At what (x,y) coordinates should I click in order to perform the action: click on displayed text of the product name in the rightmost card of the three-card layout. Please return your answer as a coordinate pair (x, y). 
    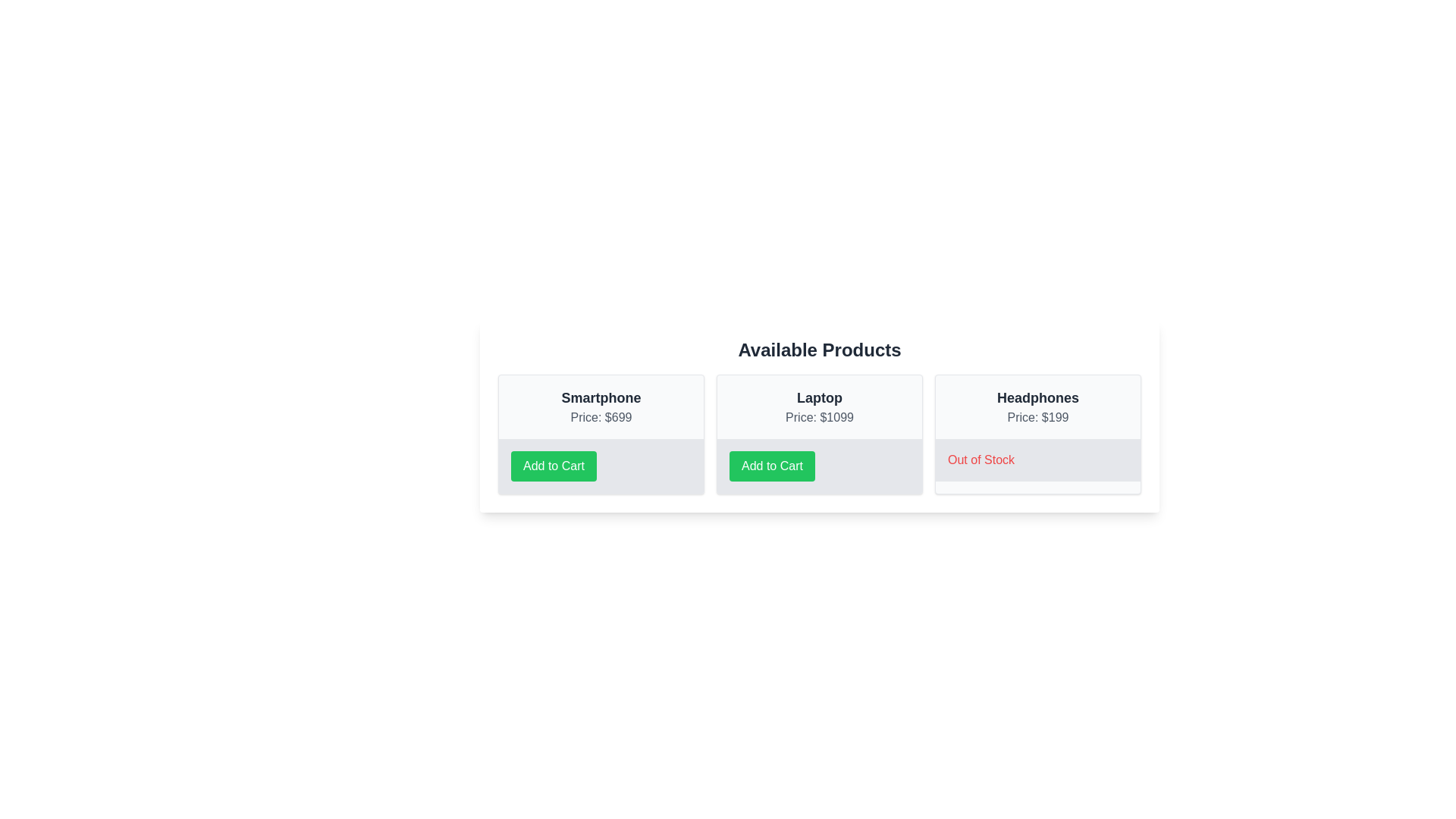
    Looking at the image, I should click on (1037, 397).